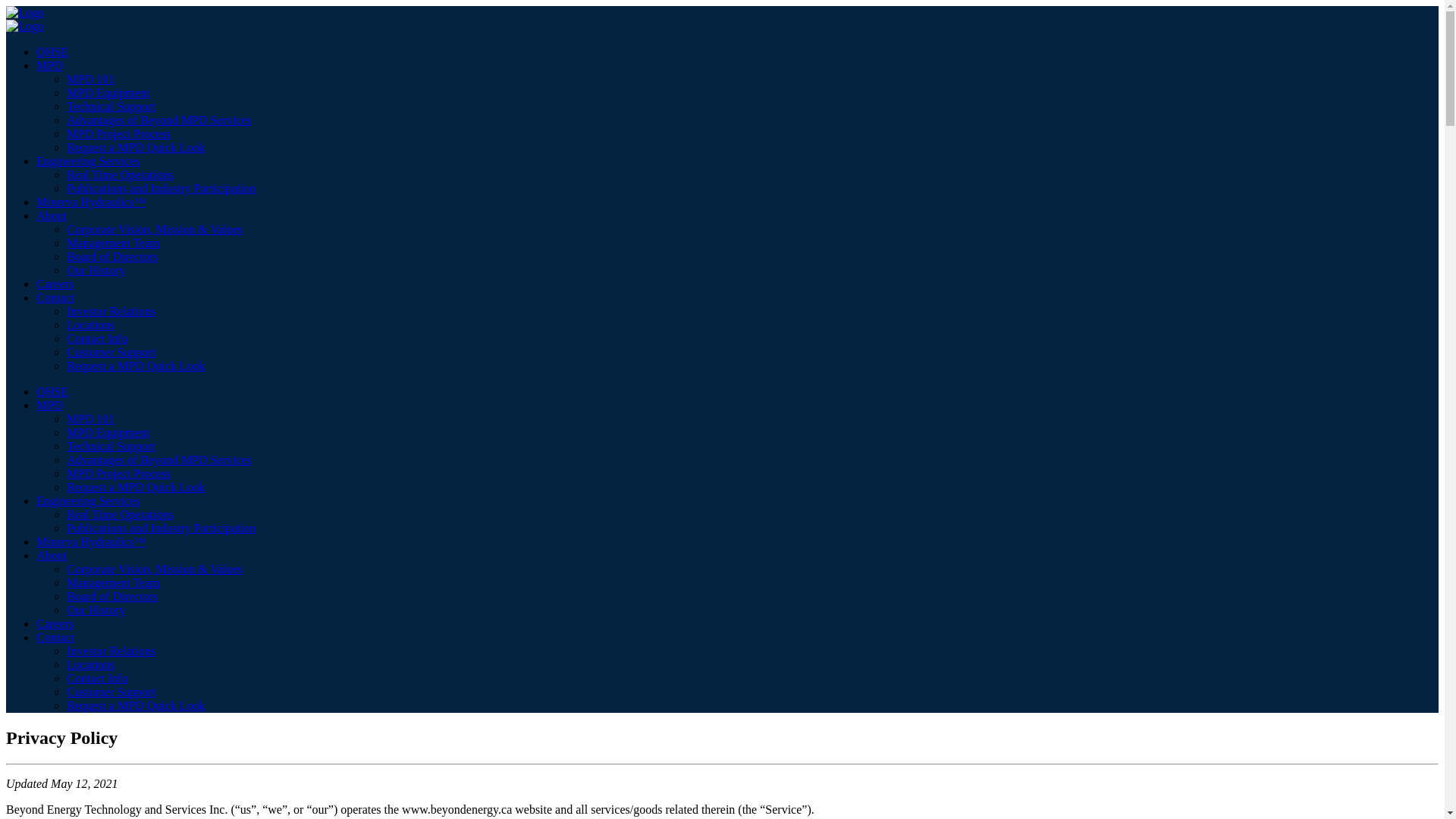  Describe the element at coordinates (36, 64) in the screenshot. I see `'MPD'` at that location.